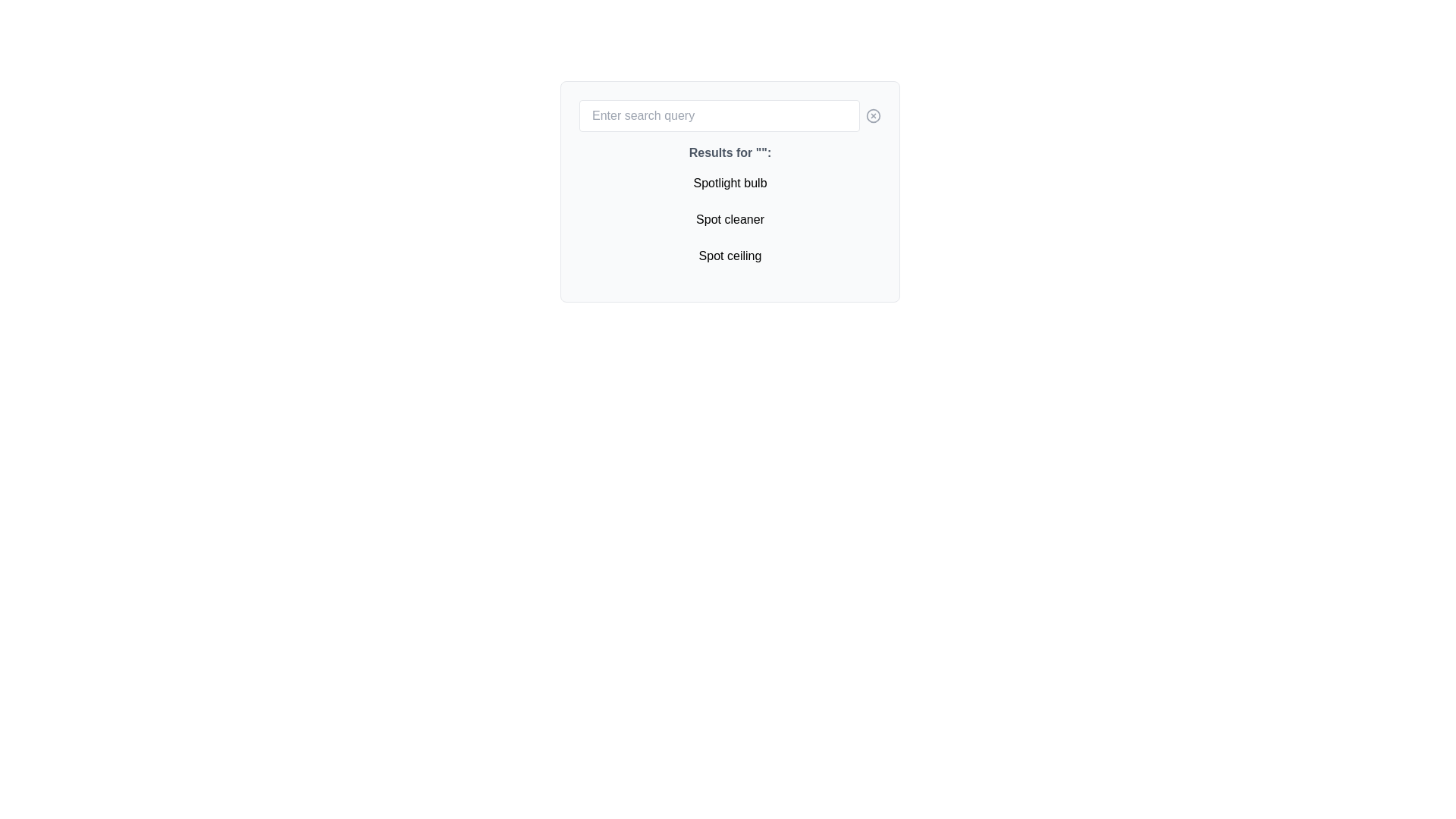  I want to click on the lowercase 'l' letter in the word 'ceiling' within the phrase 'Spot ceiling', which is the eighth letter of the third list item under the heading 'Results for ""', so click(744, 255).